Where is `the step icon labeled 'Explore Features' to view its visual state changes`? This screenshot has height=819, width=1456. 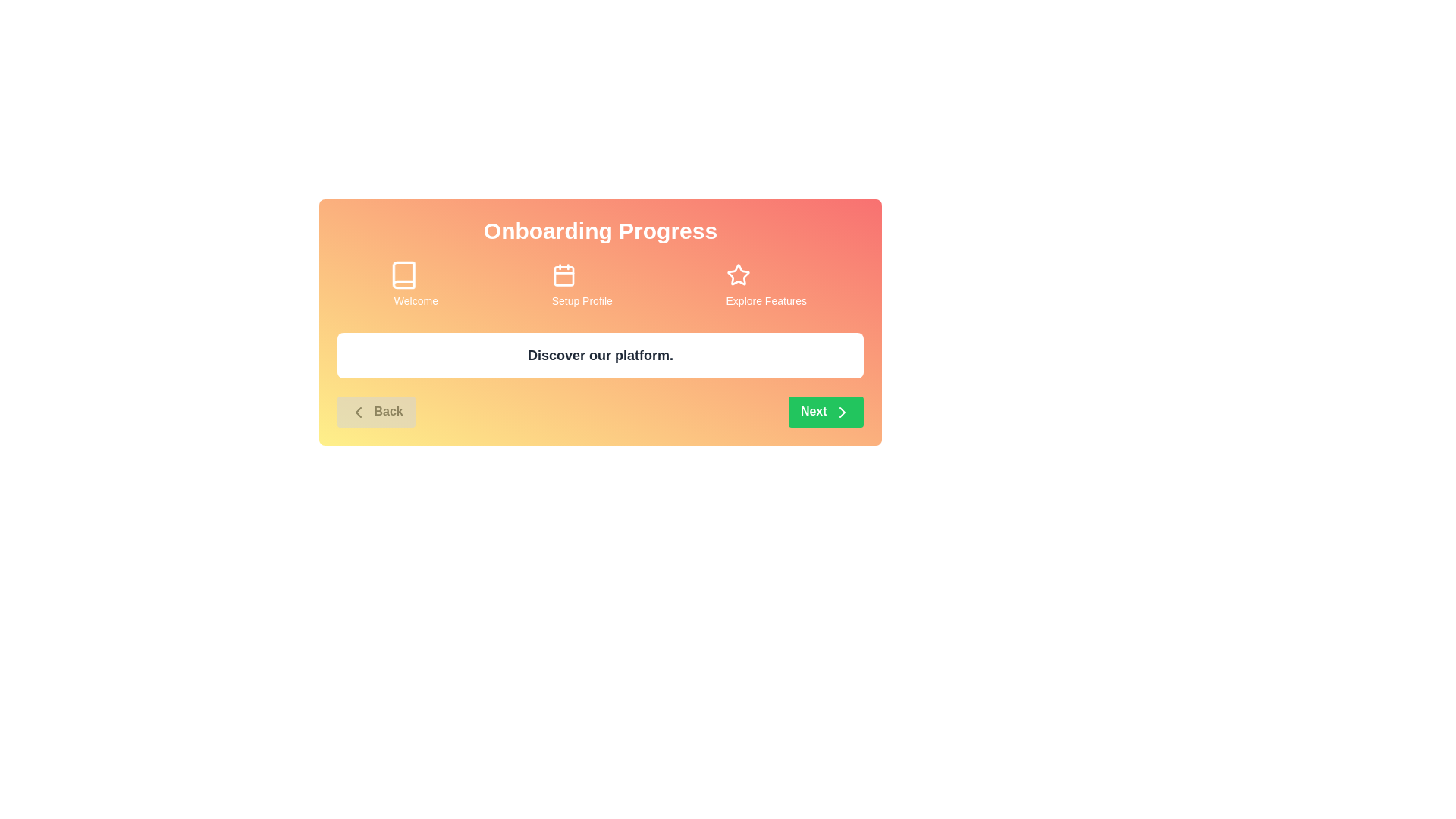 the step icon labeled 'Explore Features' to view its visual state changes is located at coordinates (766, 275).